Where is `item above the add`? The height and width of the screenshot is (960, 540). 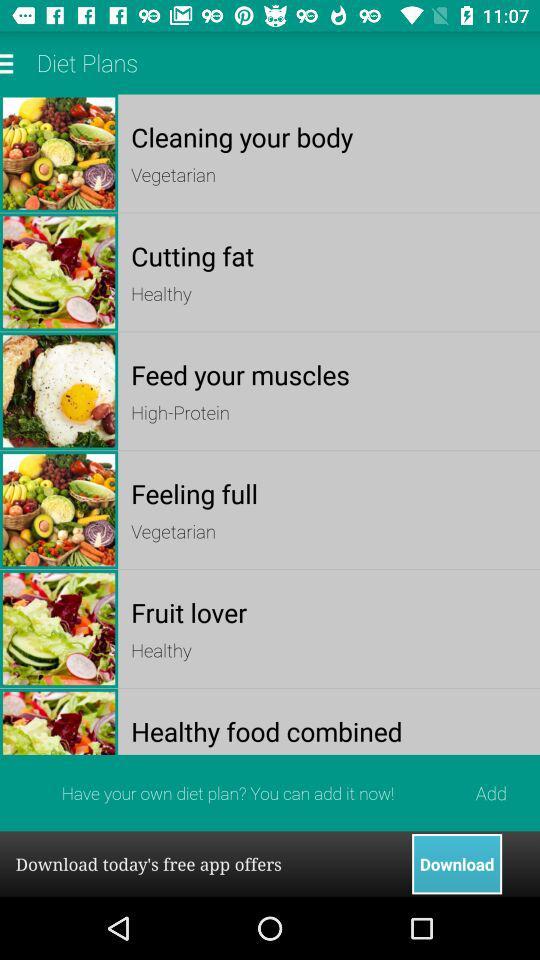 item above the add is located at coordinates (329, 730).